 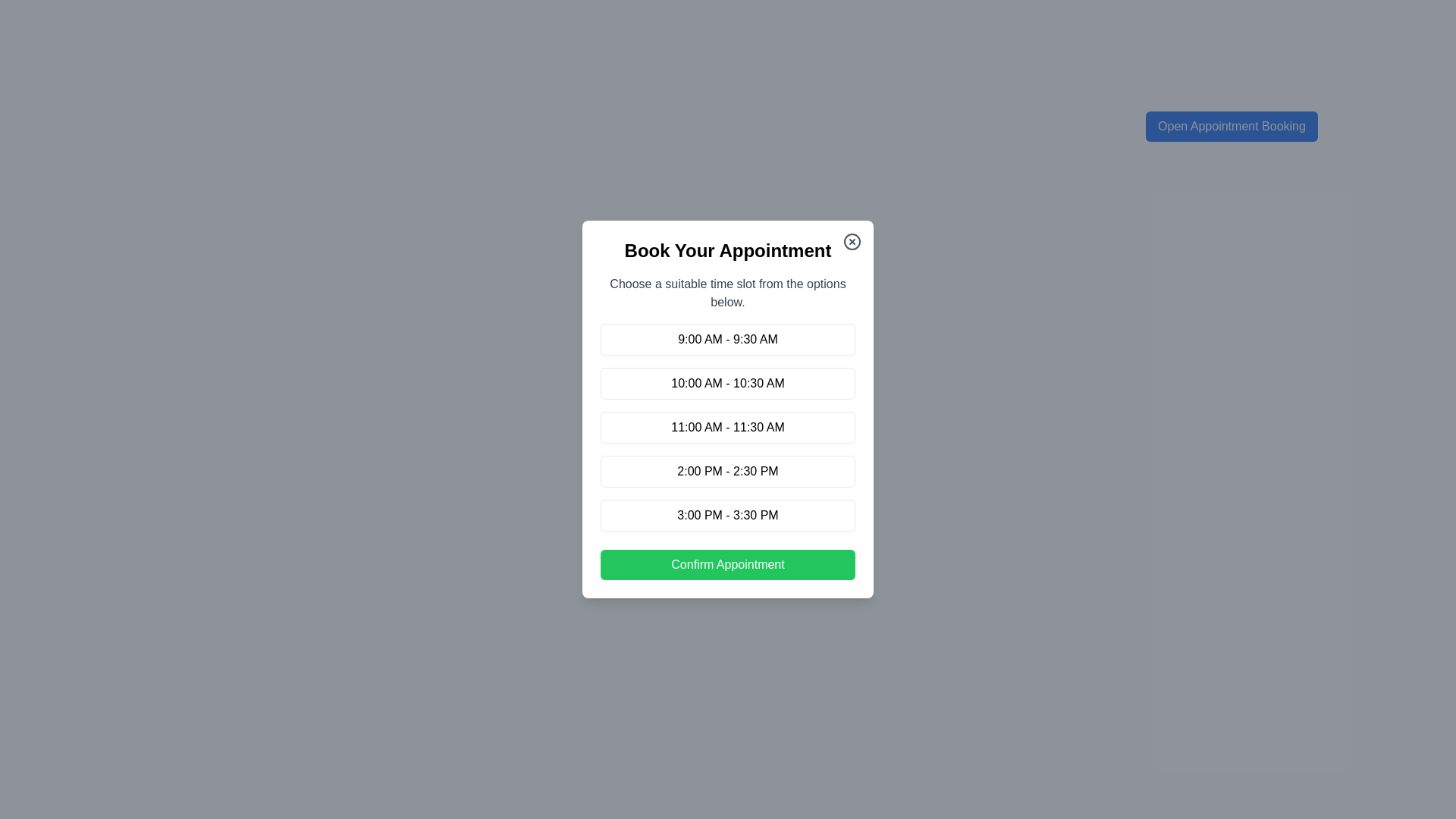 I want to click on the graphic properties of the close button icon, which is a circle enclosing an 'X' shape located in the top-right corner of the modal window, so click(x=852, y=241).